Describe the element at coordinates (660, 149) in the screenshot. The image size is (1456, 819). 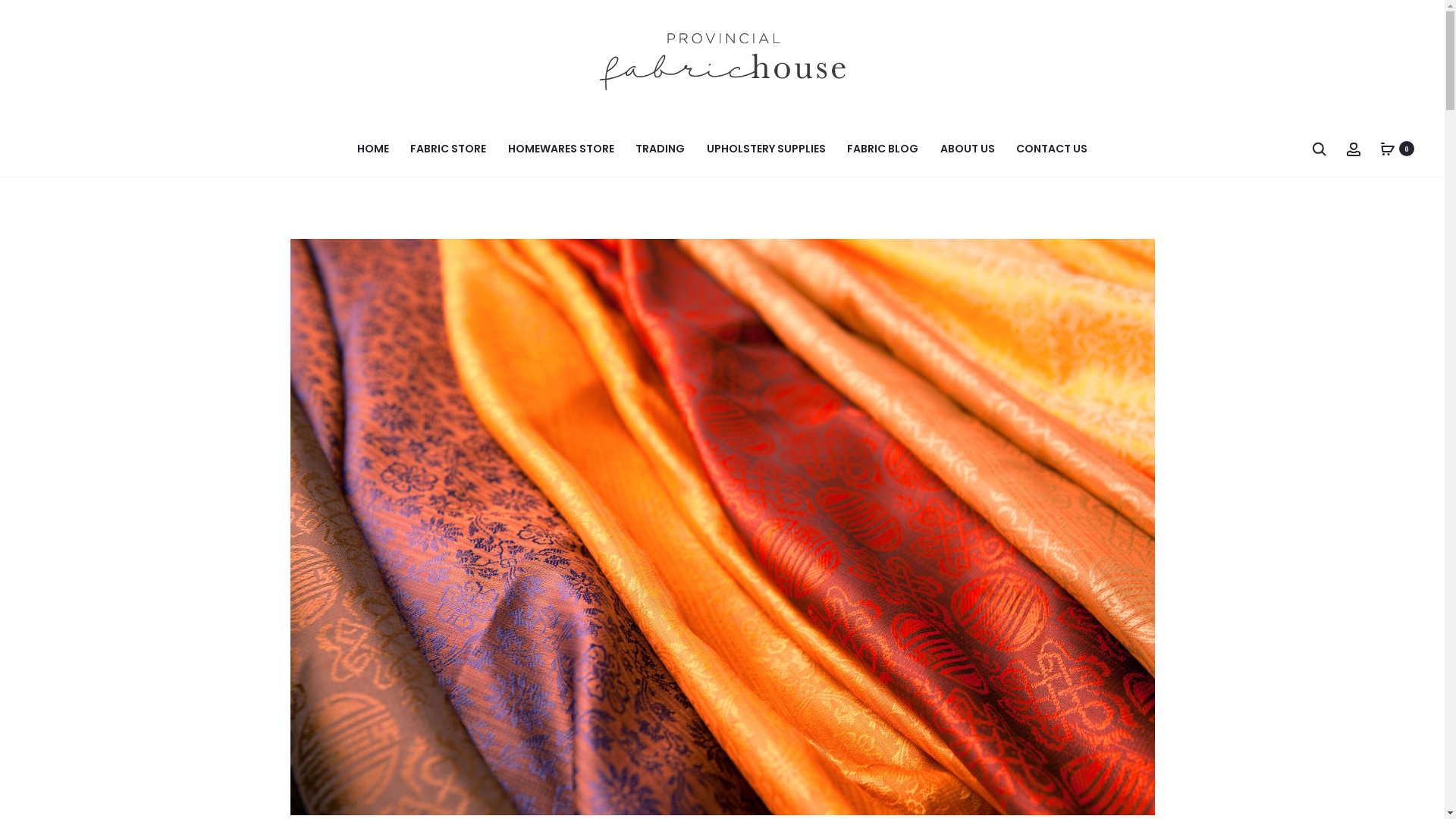
I see `'TRADING'` at that location.